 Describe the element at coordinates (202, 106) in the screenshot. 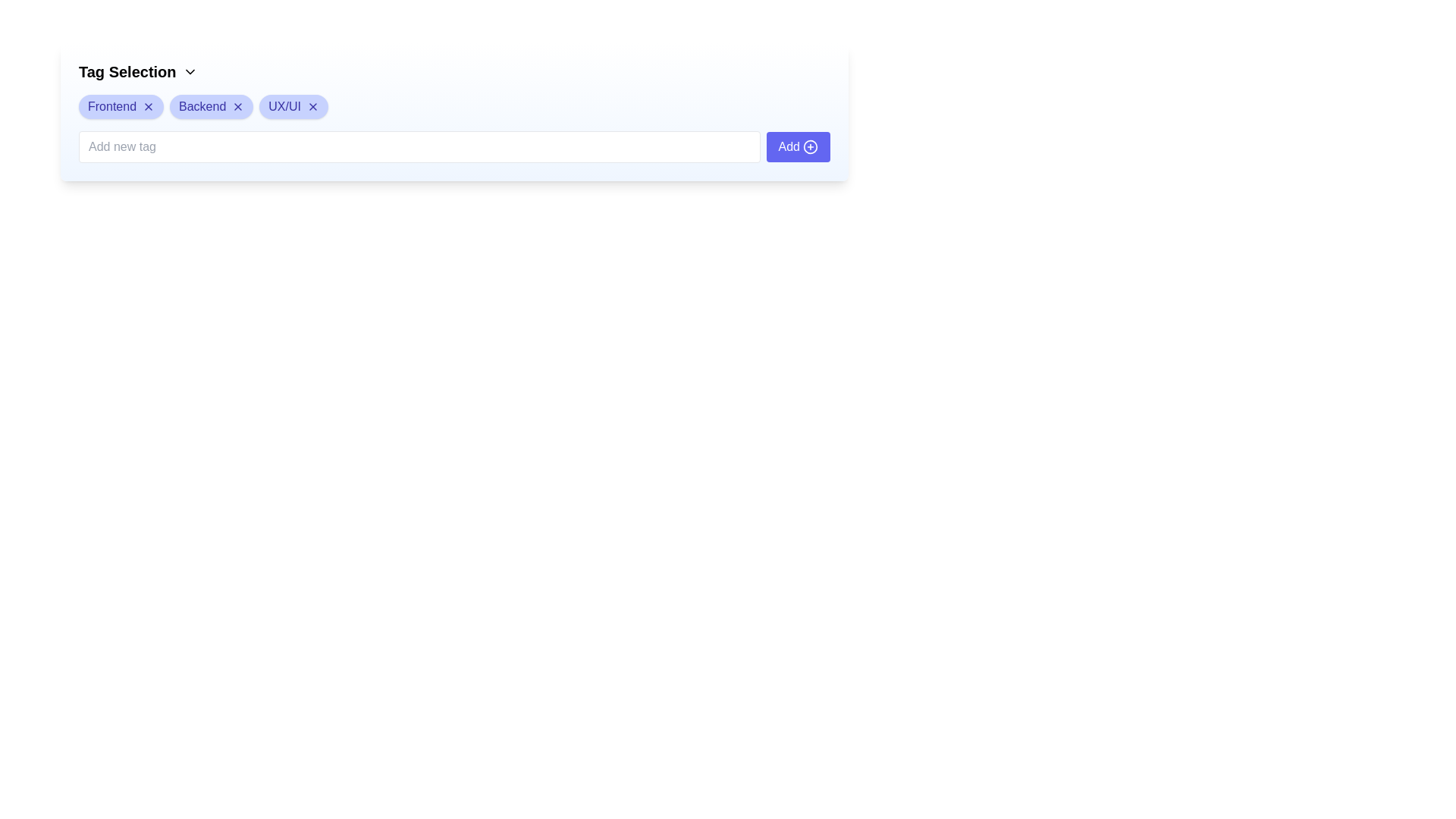

I see `the 'Backend' tag label located within the 'Tag Selection' bar to highlight or filter items associated with it` at that location.